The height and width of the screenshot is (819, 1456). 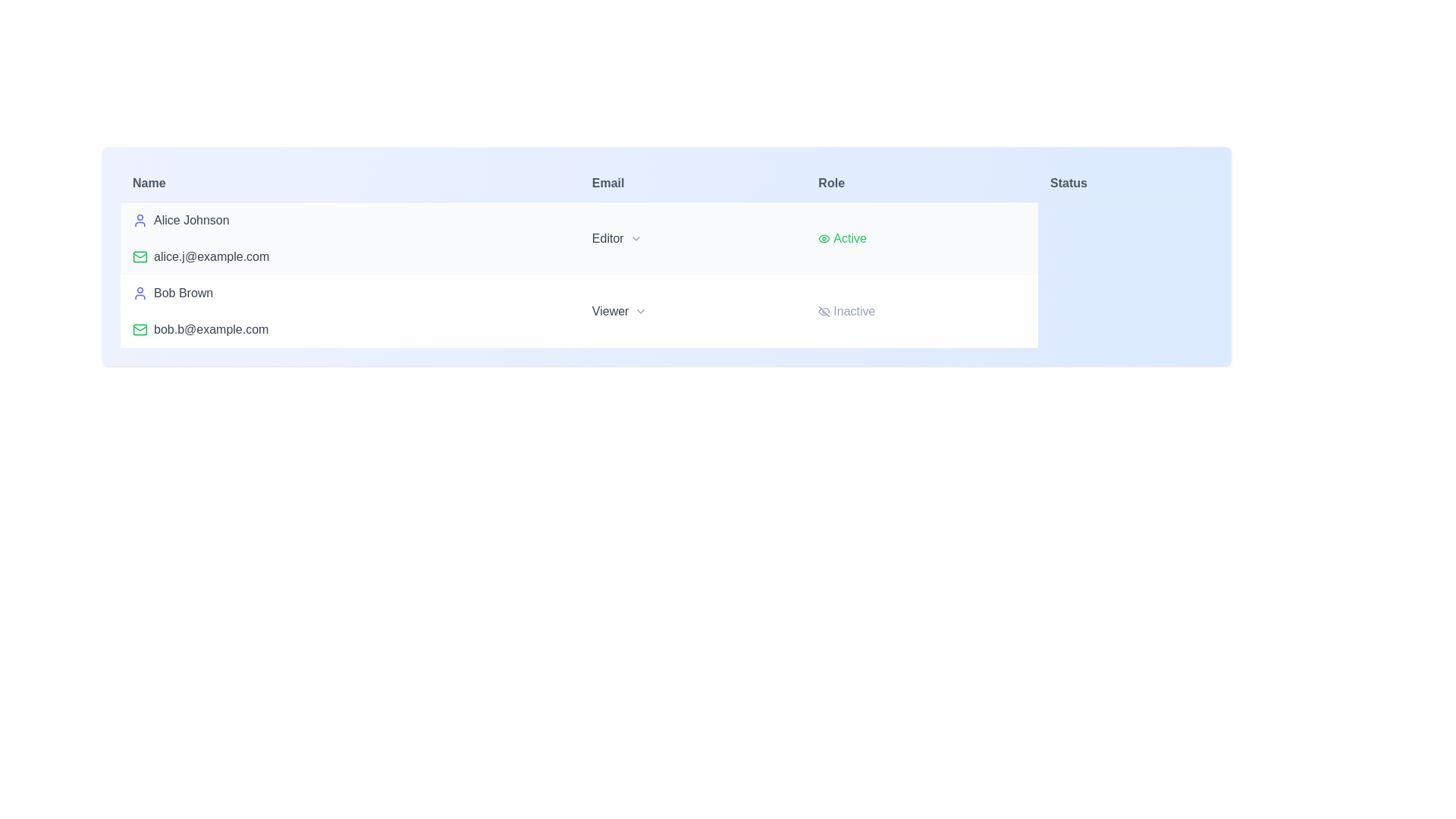 What do you see at coordinates (824, 311) in the screenshot?
I see `the inactive status icon that visually indicates the user's inactive status, located to the left of the 'Inactive' text in the Role column of the second row of the table` at bounding box center [824, 311].